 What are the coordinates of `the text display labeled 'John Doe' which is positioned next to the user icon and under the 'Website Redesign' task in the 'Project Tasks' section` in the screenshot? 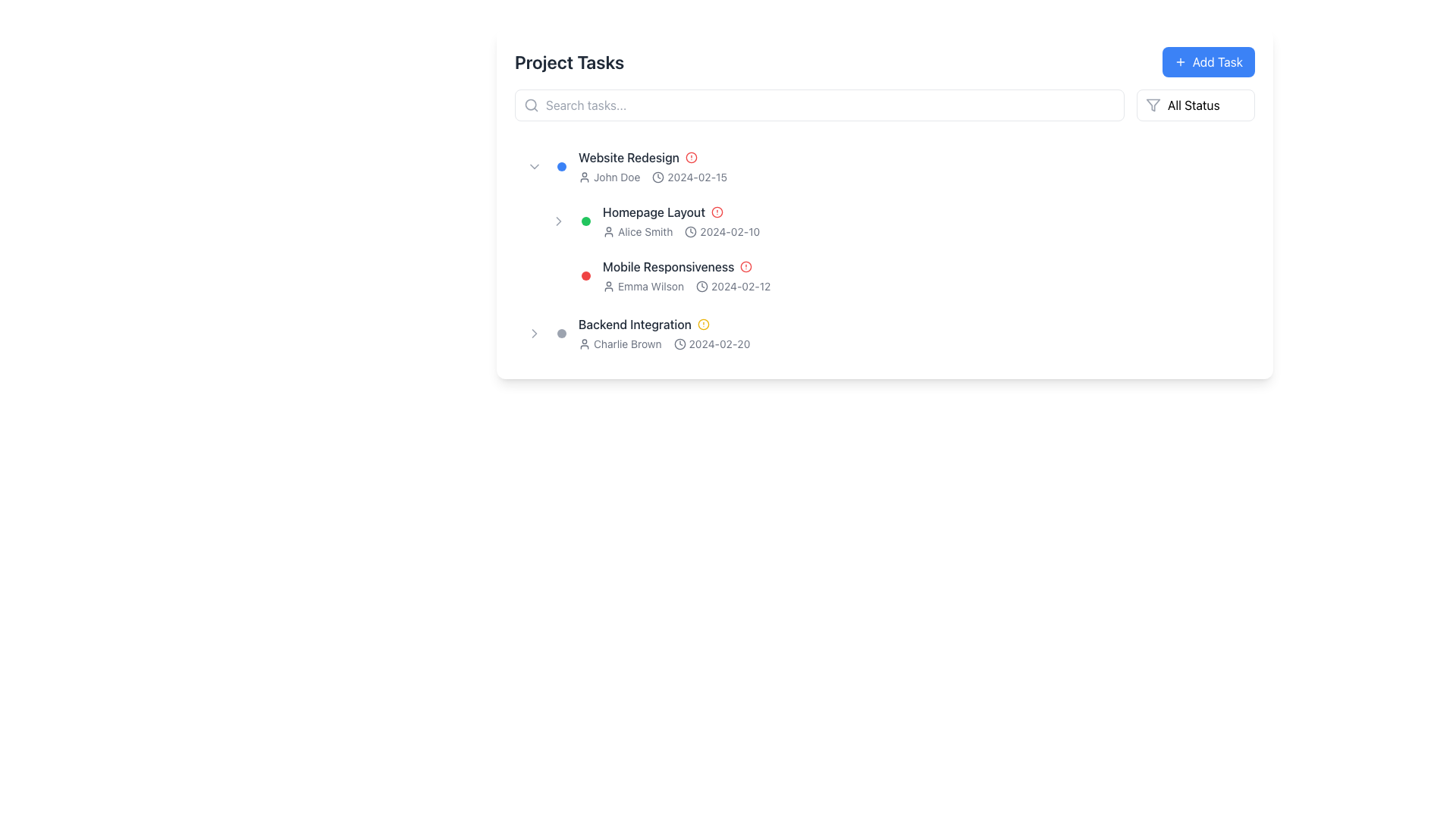 It's located at (617, 177).